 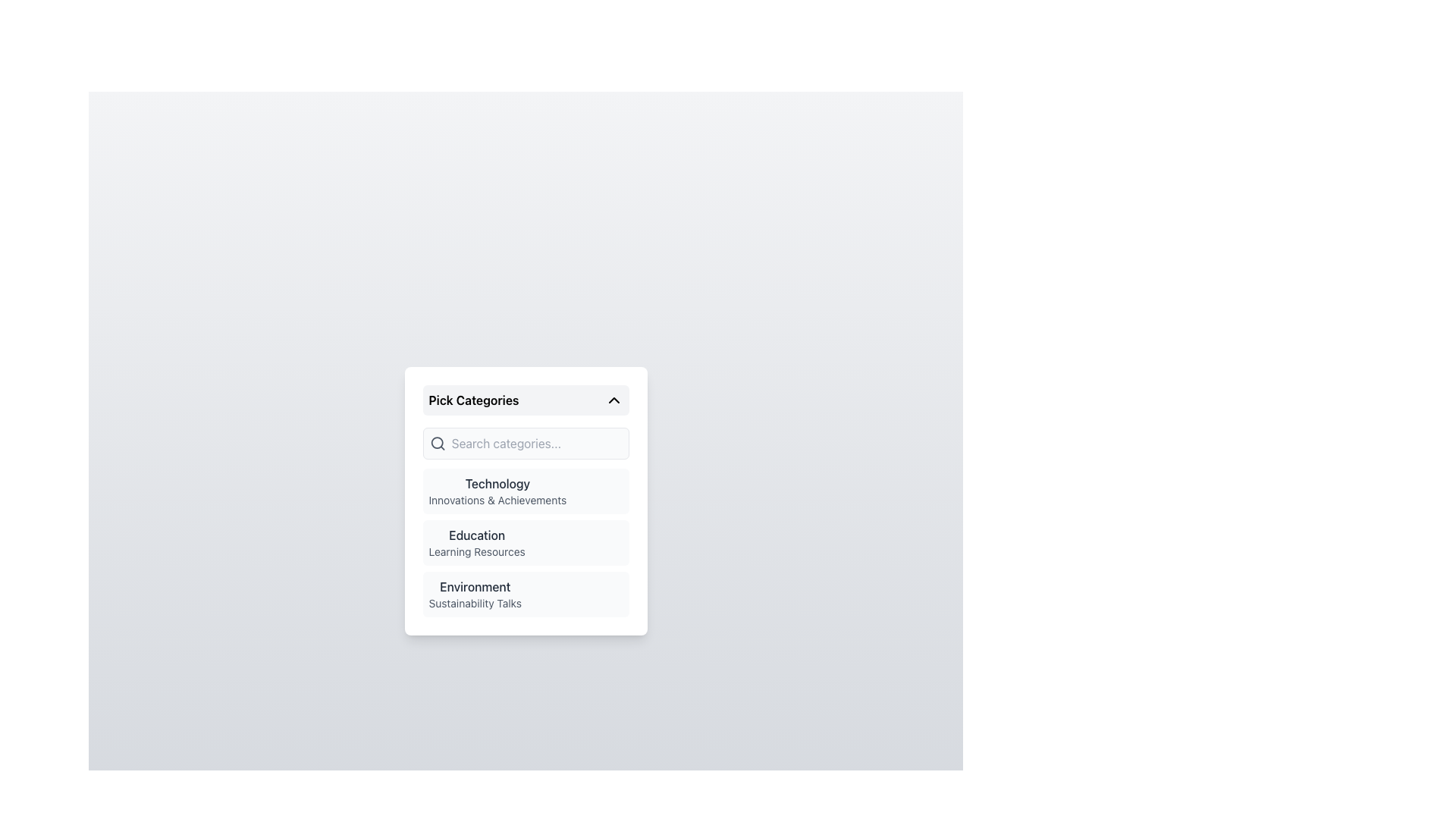 I want to click on text of the descriptive sub-label located beneath the bolded title 'Education' in the second entry of the category list, so click(x=476, y=552).